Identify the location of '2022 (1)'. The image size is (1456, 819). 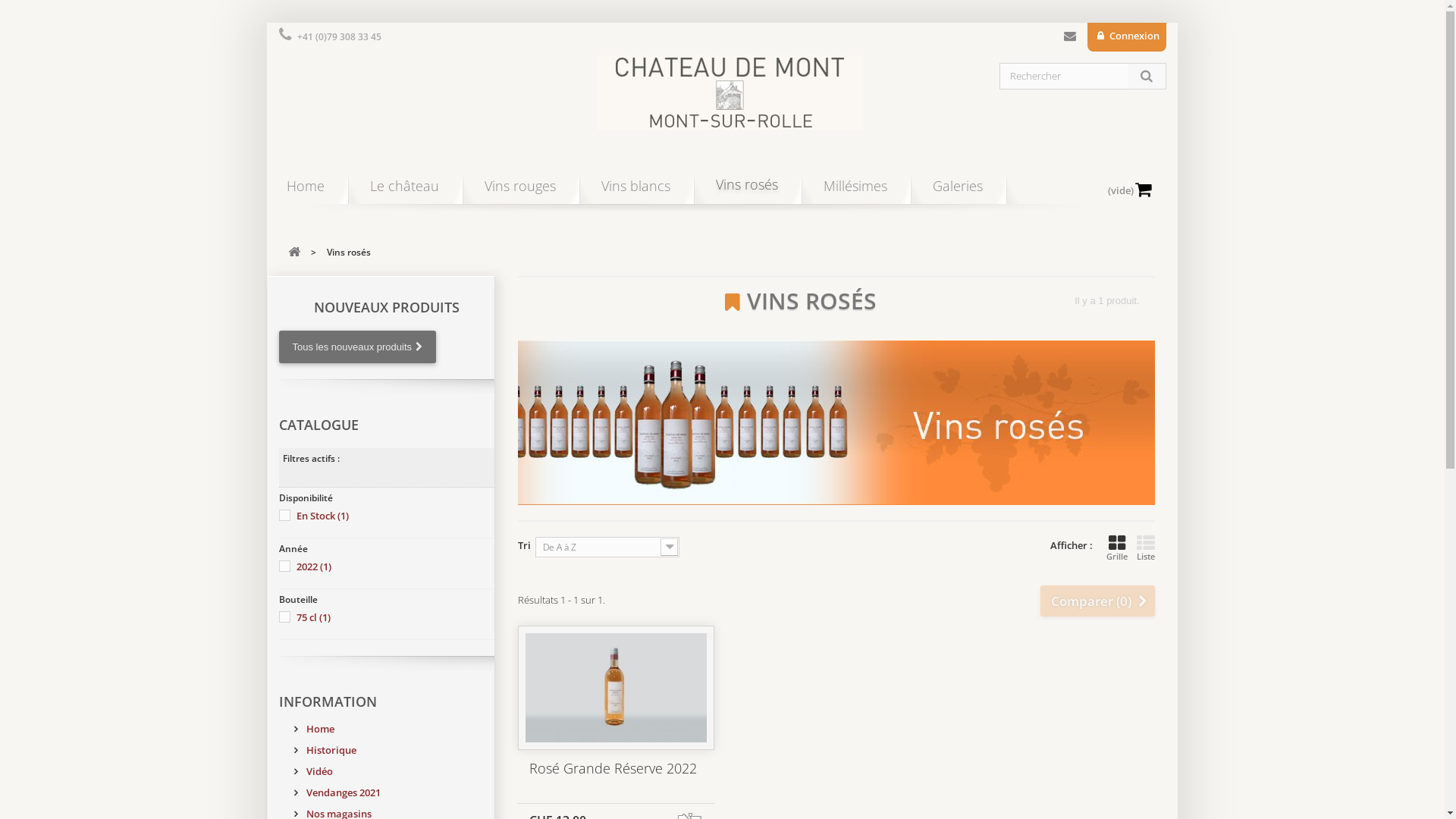
(312, 566).